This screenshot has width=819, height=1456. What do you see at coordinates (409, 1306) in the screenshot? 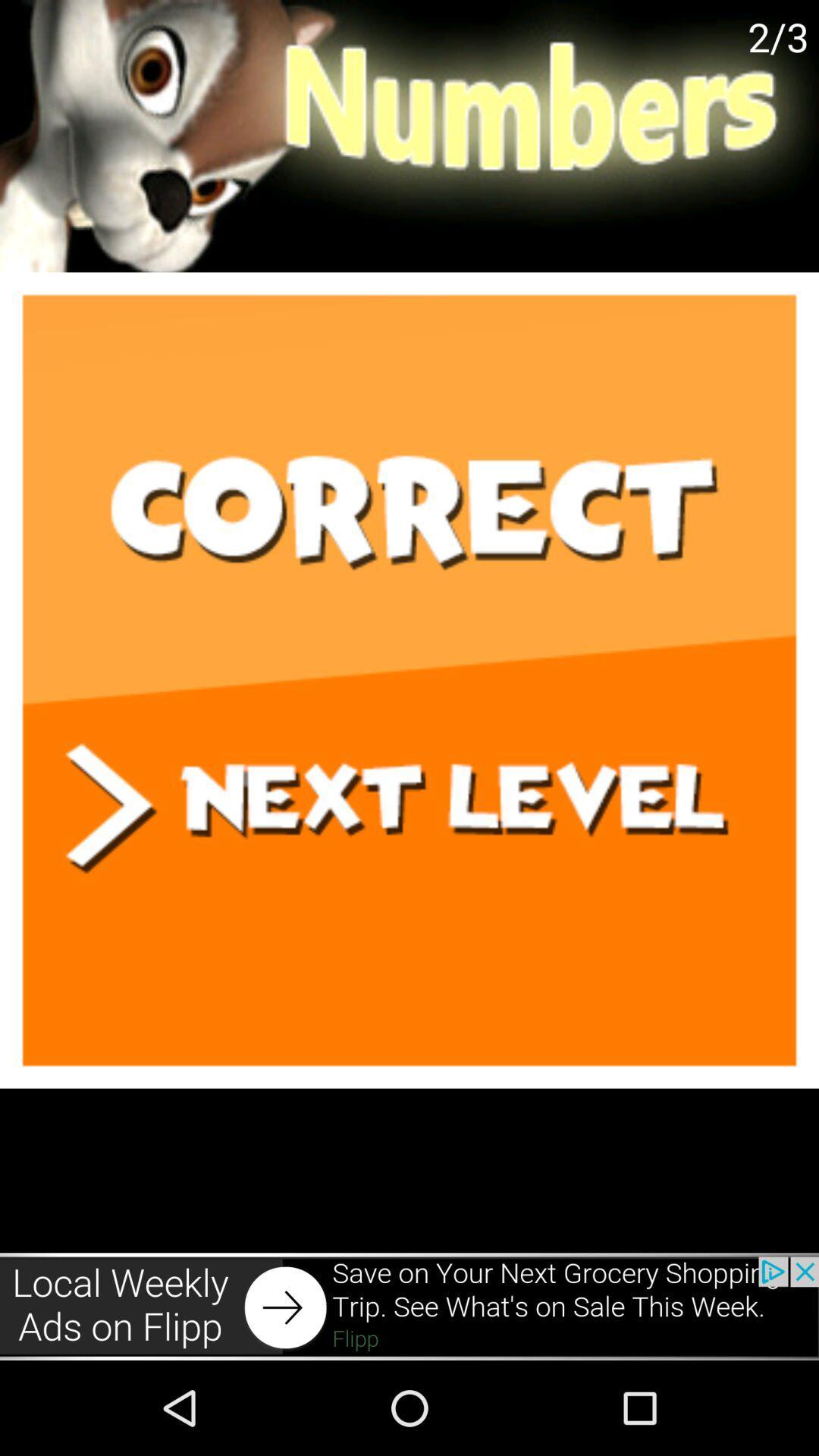
I see `advertisement` at bounding box center [409, 1306].